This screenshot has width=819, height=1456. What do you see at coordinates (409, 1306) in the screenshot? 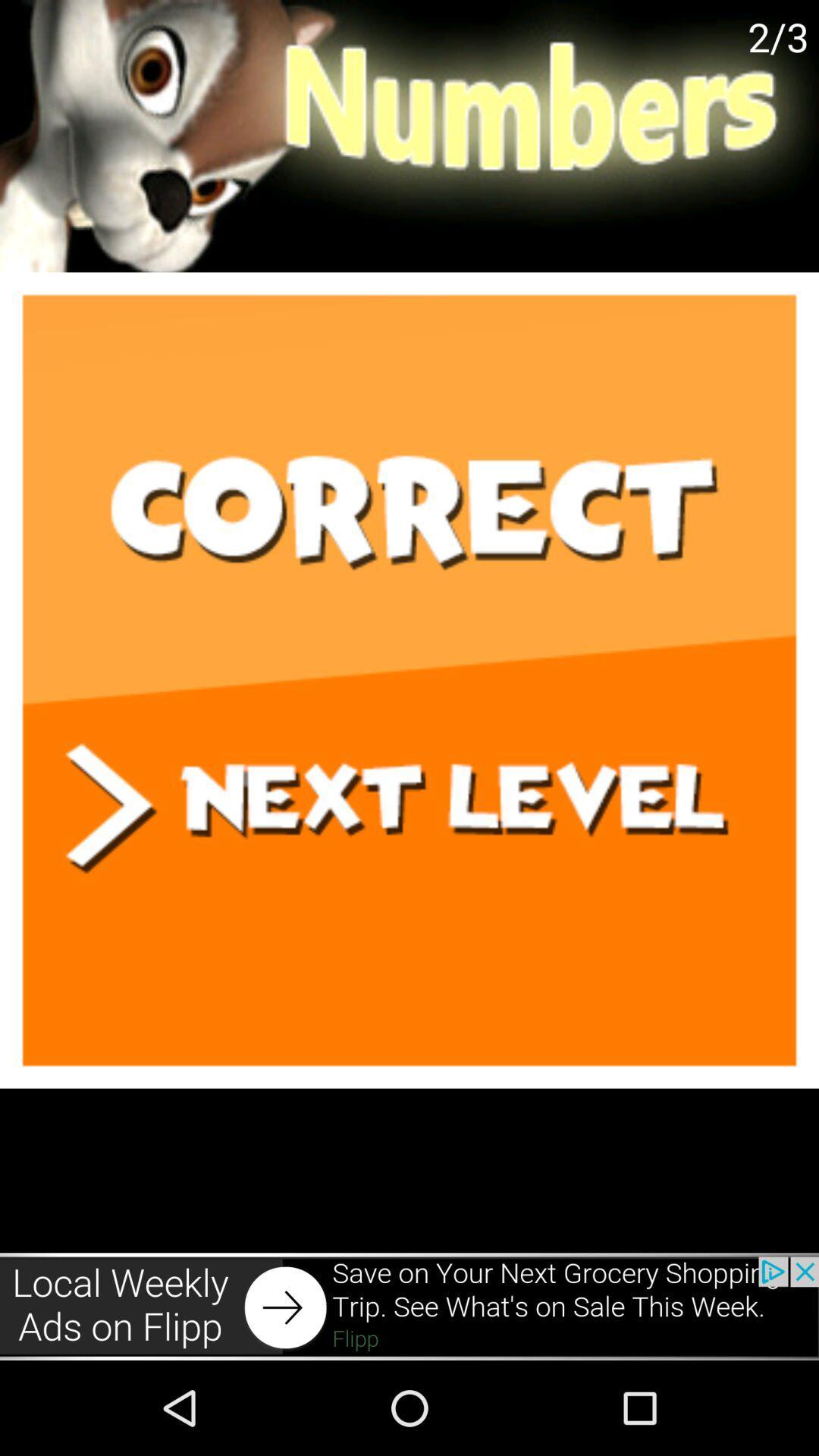
I see `advertisement` at bounding box center [409, 1306].